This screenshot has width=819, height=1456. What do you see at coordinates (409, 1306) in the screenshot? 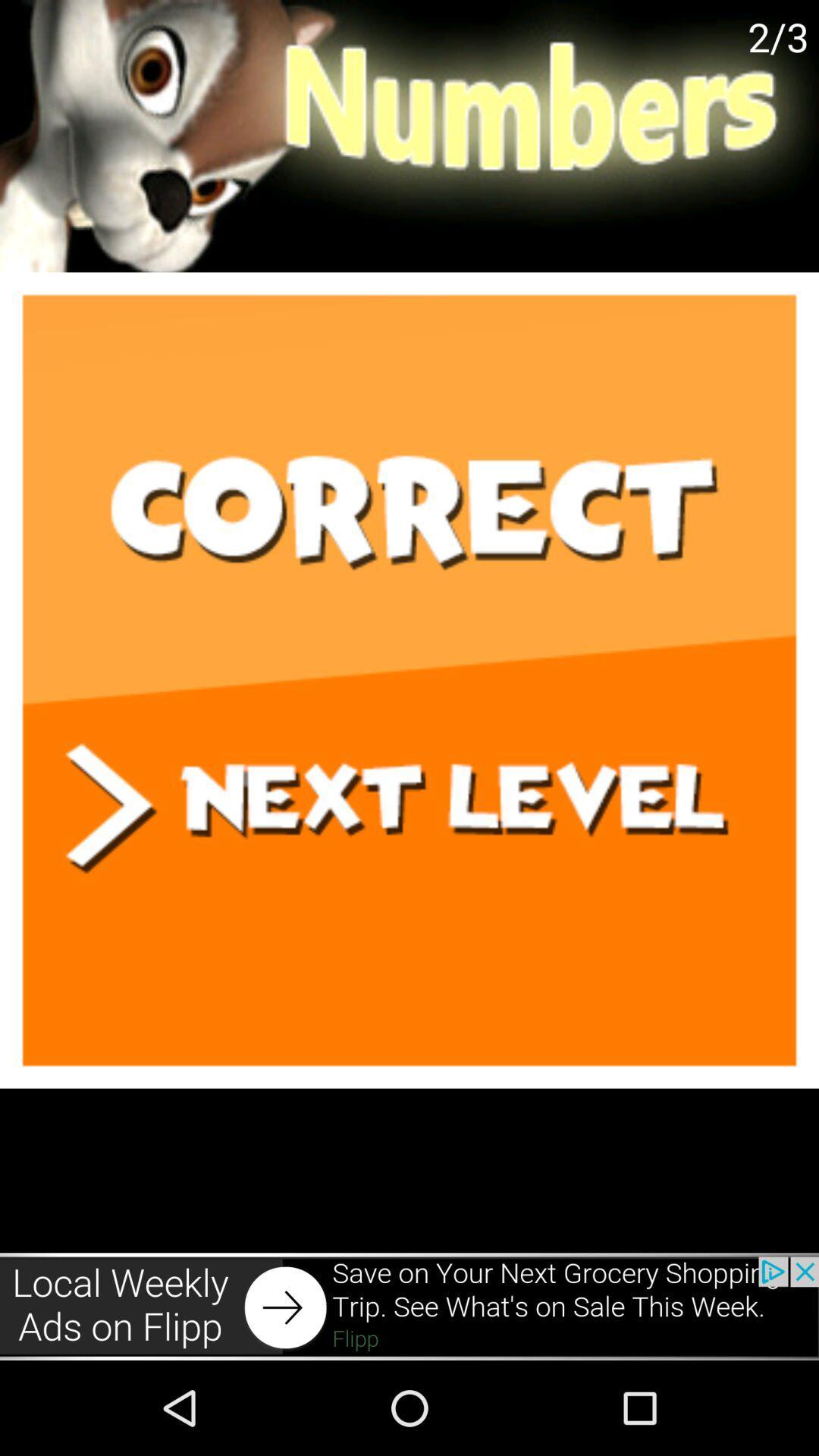
I see `advertisement` at bounding box center [409, 1306].